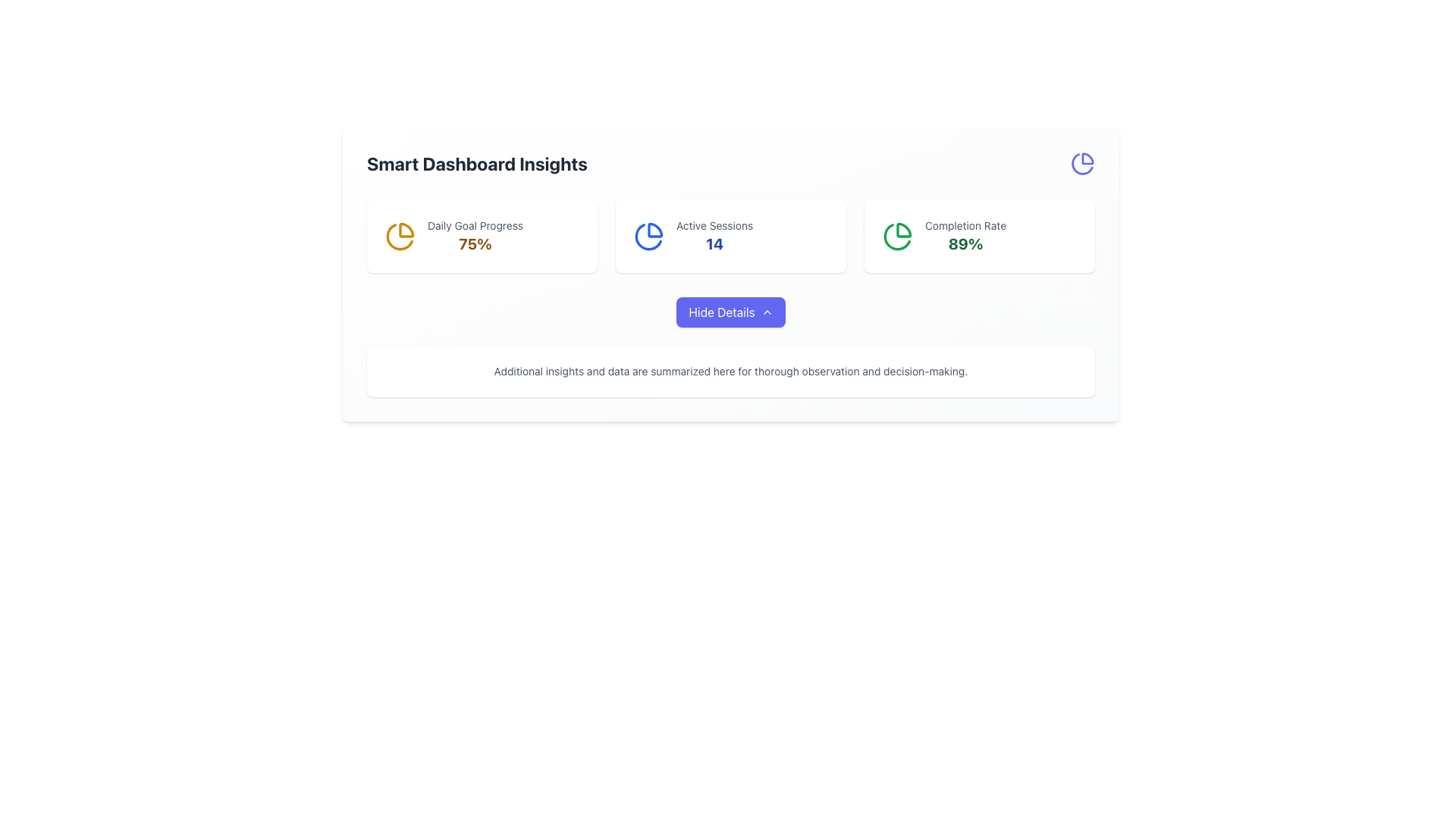 This screenshot has width=1456, height=819. What do you see at coordinates (898, 237) in the screenshot?
I see `the 'Completion Rate' icon located to the left of the text 'Completion Rate 89%' in the top right section of the dashboard interface` at bounding box center [898, 237].